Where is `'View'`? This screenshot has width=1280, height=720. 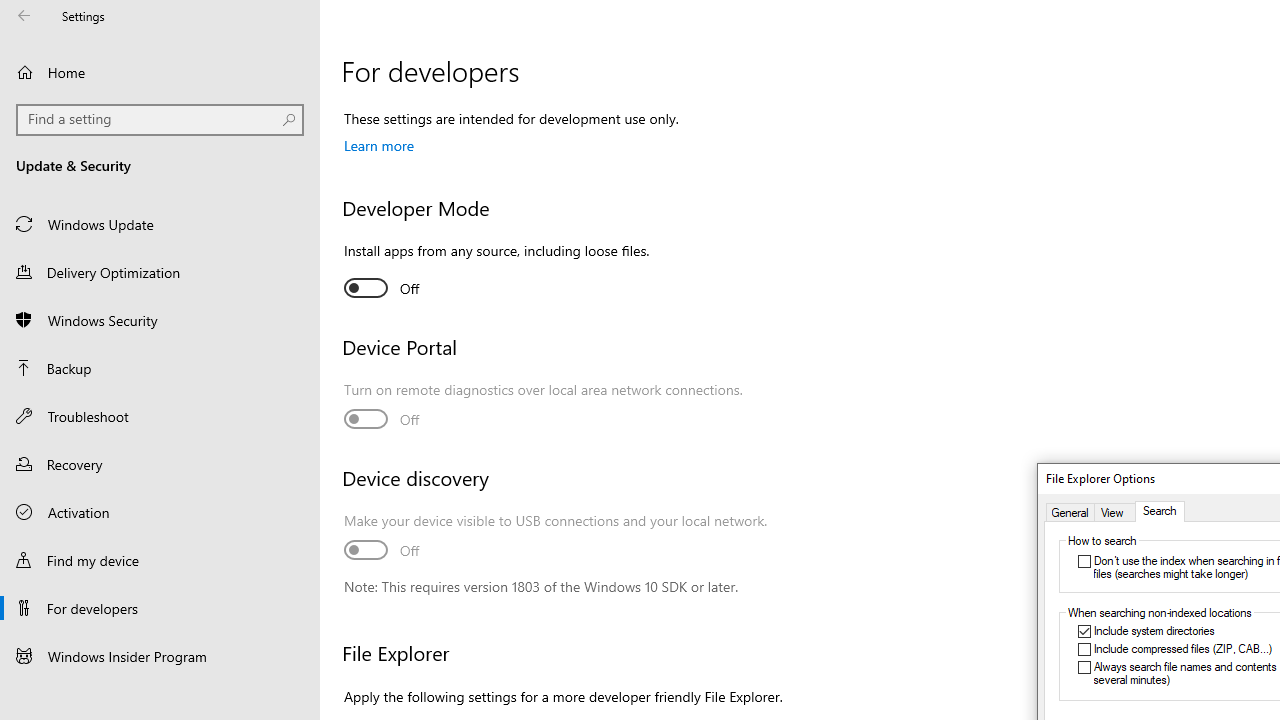
'View' is located at coordinates (1114, 511).